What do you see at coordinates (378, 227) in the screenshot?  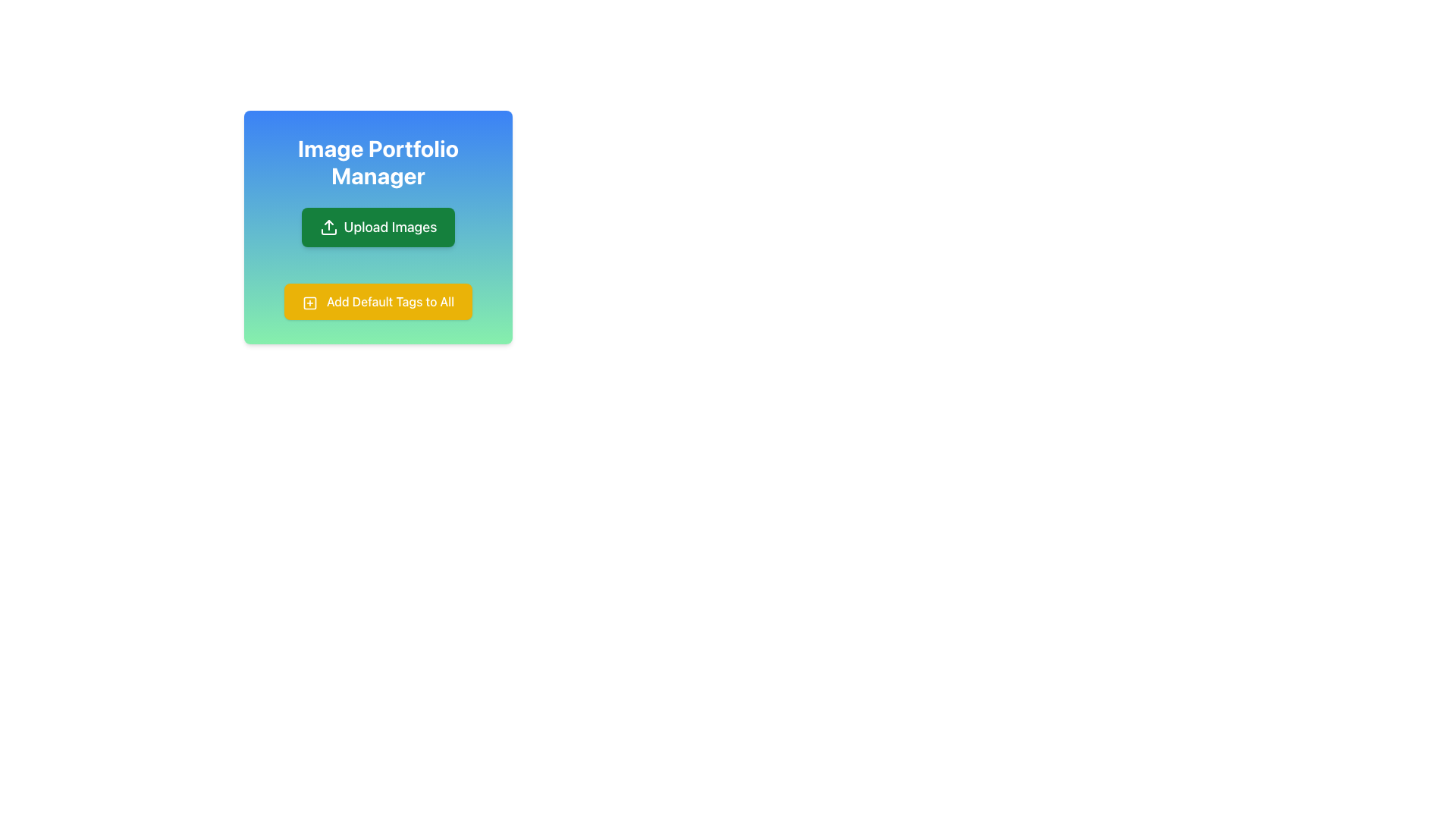 I see `the first button within the 'Image Portfolio Manager' section, located above the 'Add Default Tags to All' button` at bounding box center [378, 227].